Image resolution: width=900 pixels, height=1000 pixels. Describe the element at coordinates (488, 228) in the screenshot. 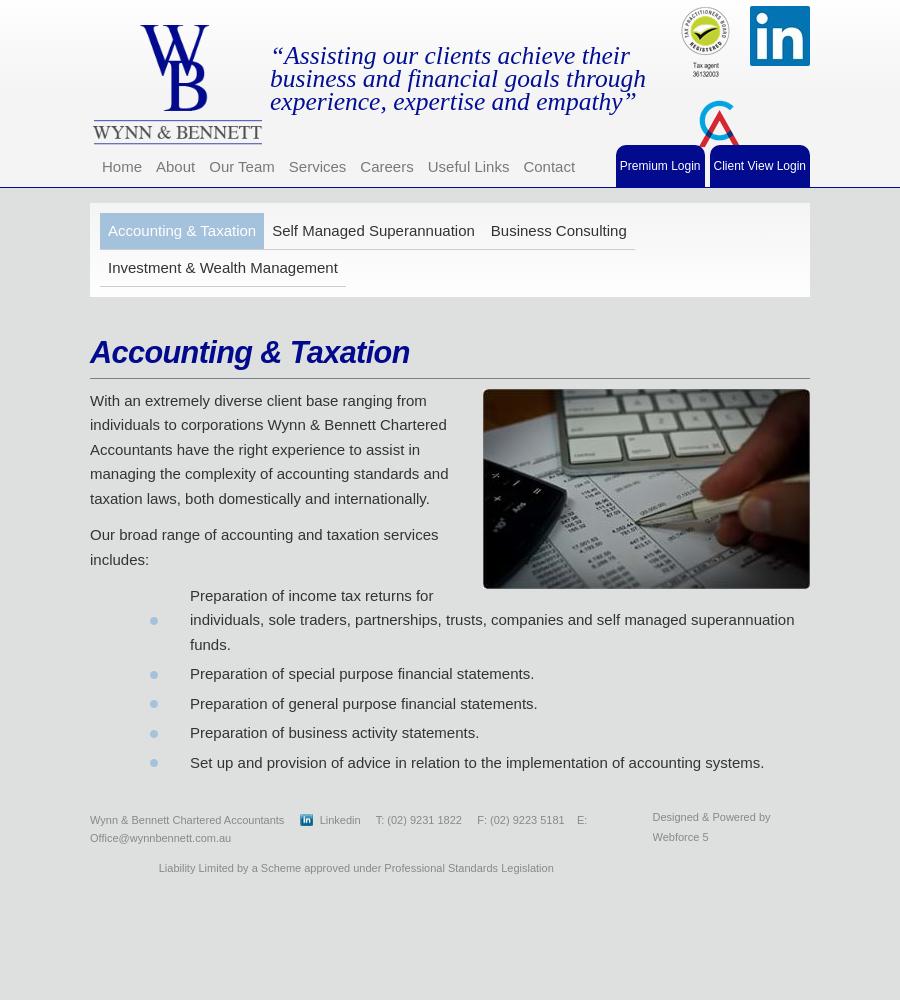

I see `'Business Consulting'` at that location.